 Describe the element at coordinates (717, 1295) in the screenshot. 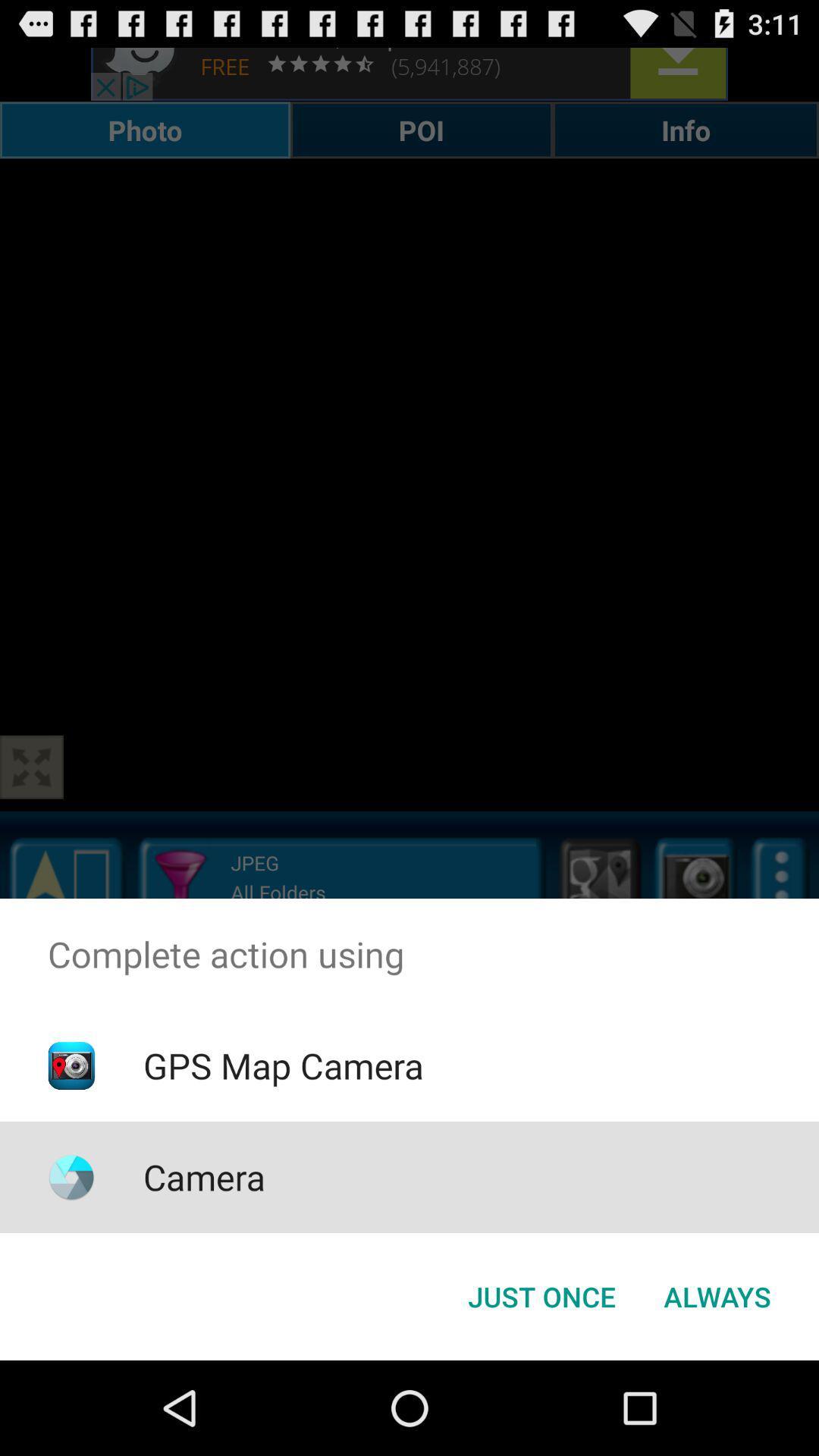

I see `the icon at the bottom right corner` at that location.